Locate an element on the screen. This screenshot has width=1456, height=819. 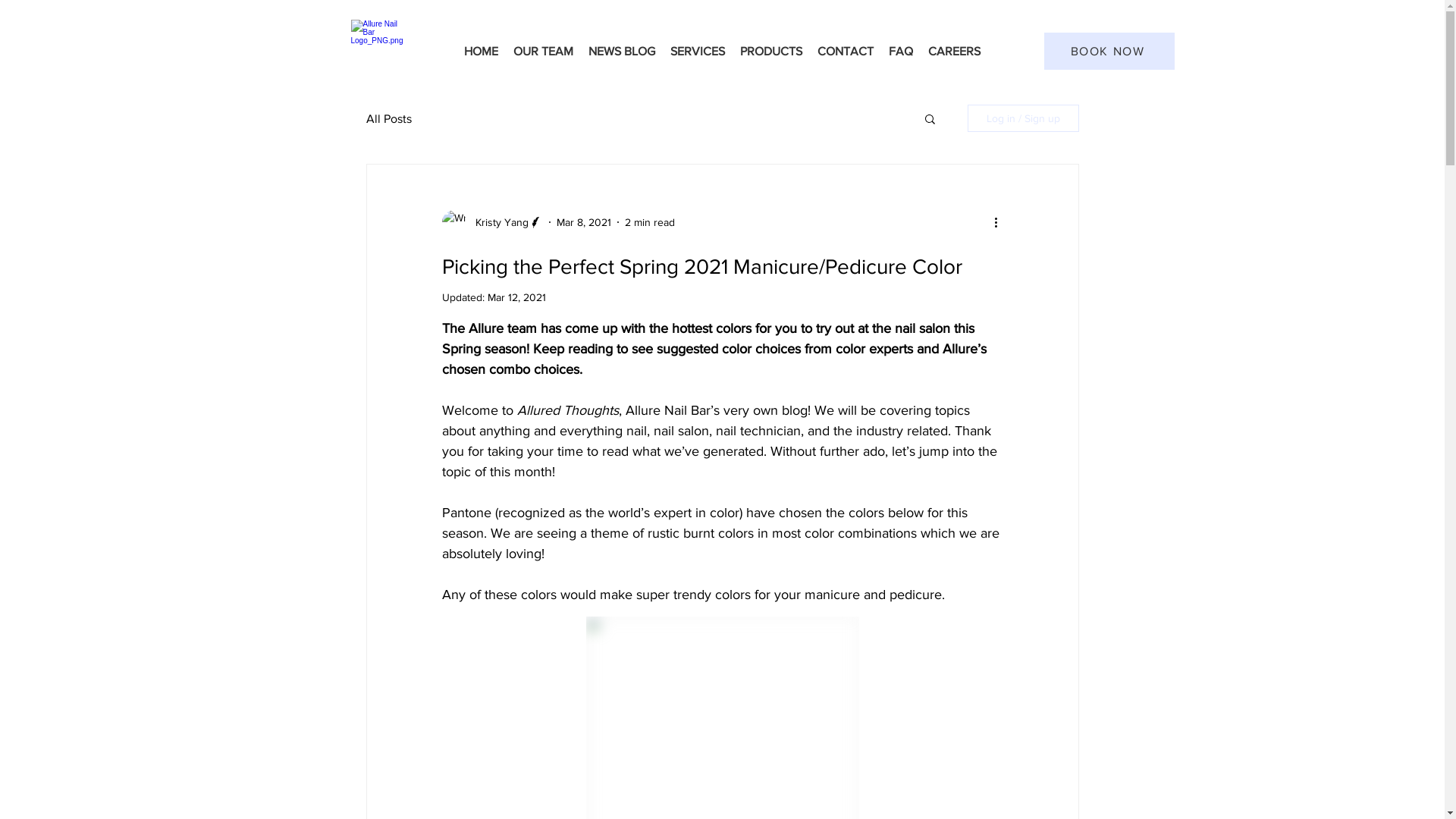
'CONTACT' is located at coordinates (844, 50).